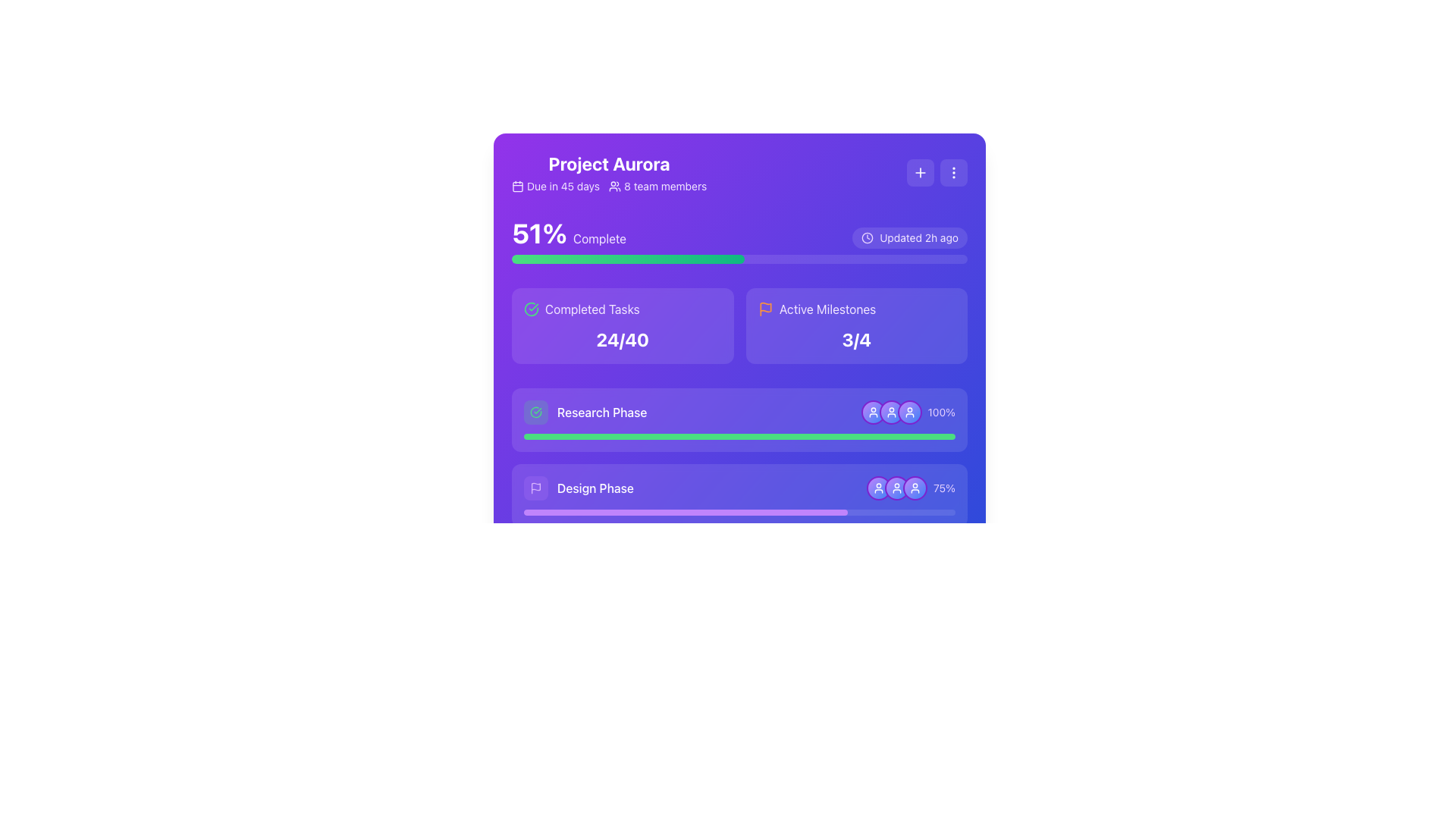 The image size is (1456, 819). Describe the element at coordinates (599, 239) in the screenshot. I see `the text label reading 'Complete' that is styled in light purple and positioned adjacent to the percentage value '51%'` at that location.